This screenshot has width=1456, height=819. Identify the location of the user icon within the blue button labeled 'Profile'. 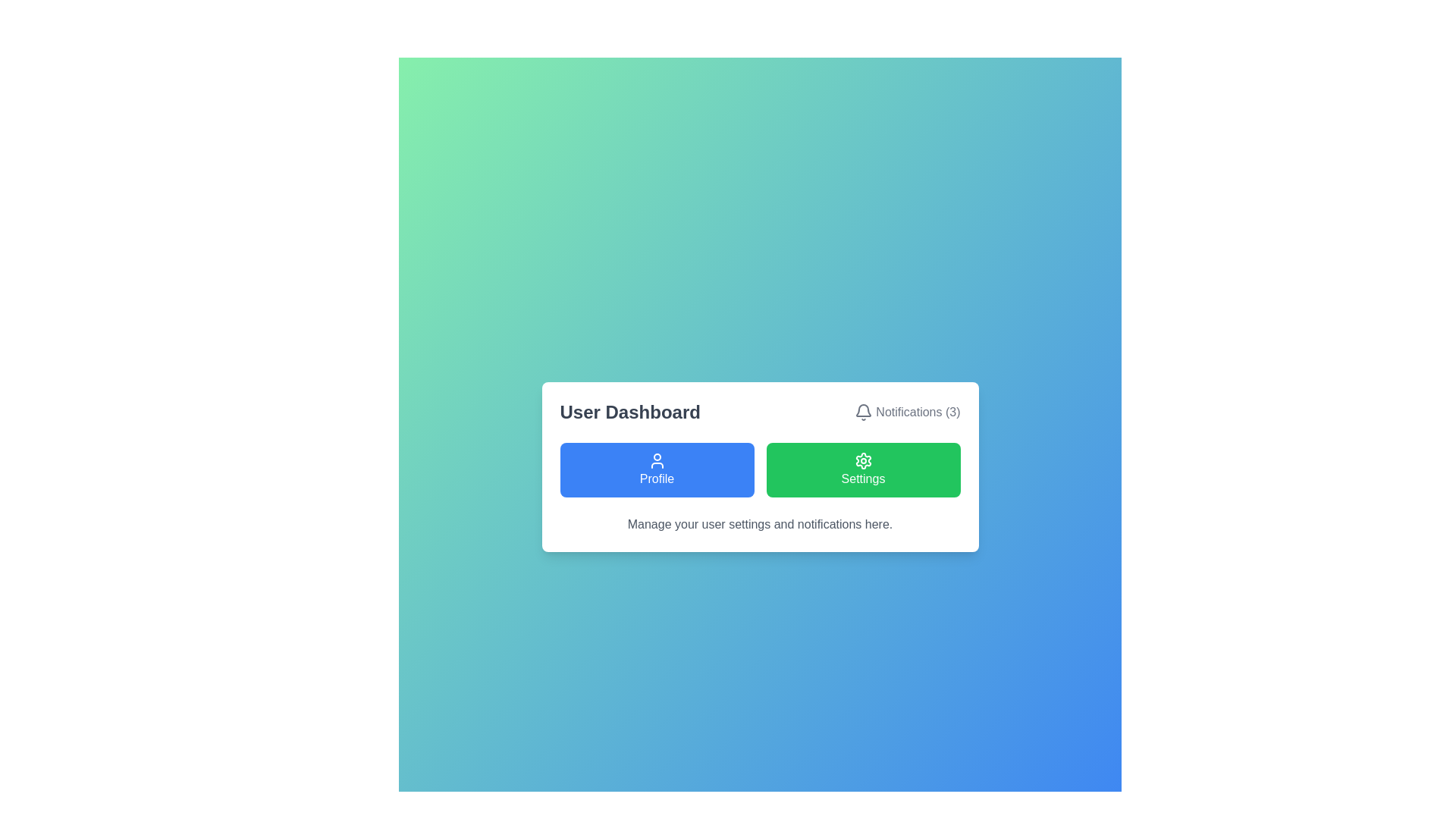
(657, 460).